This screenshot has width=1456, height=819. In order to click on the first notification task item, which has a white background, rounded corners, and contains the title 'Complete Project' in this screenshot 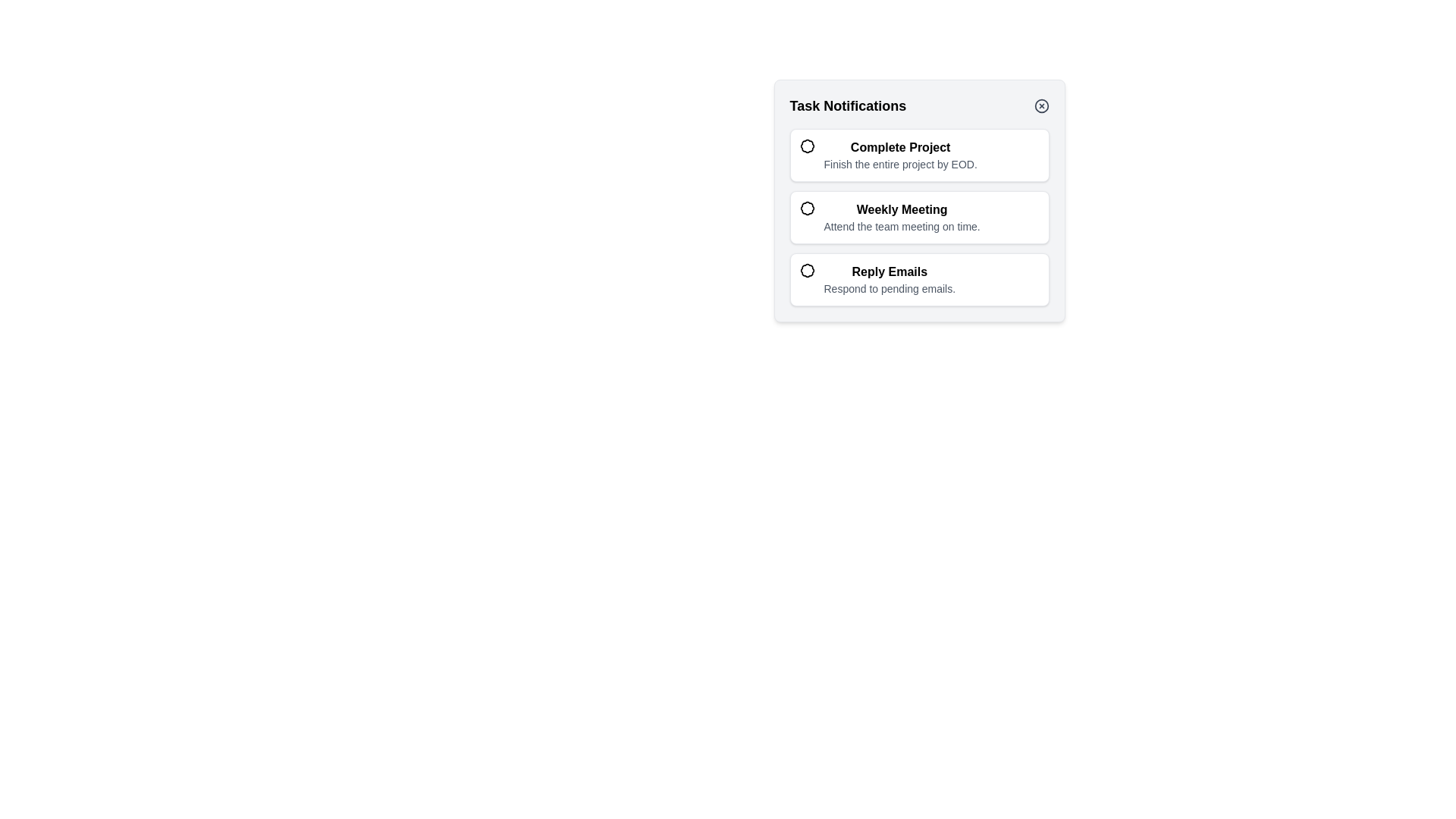, I will do `click(918, 155)`.